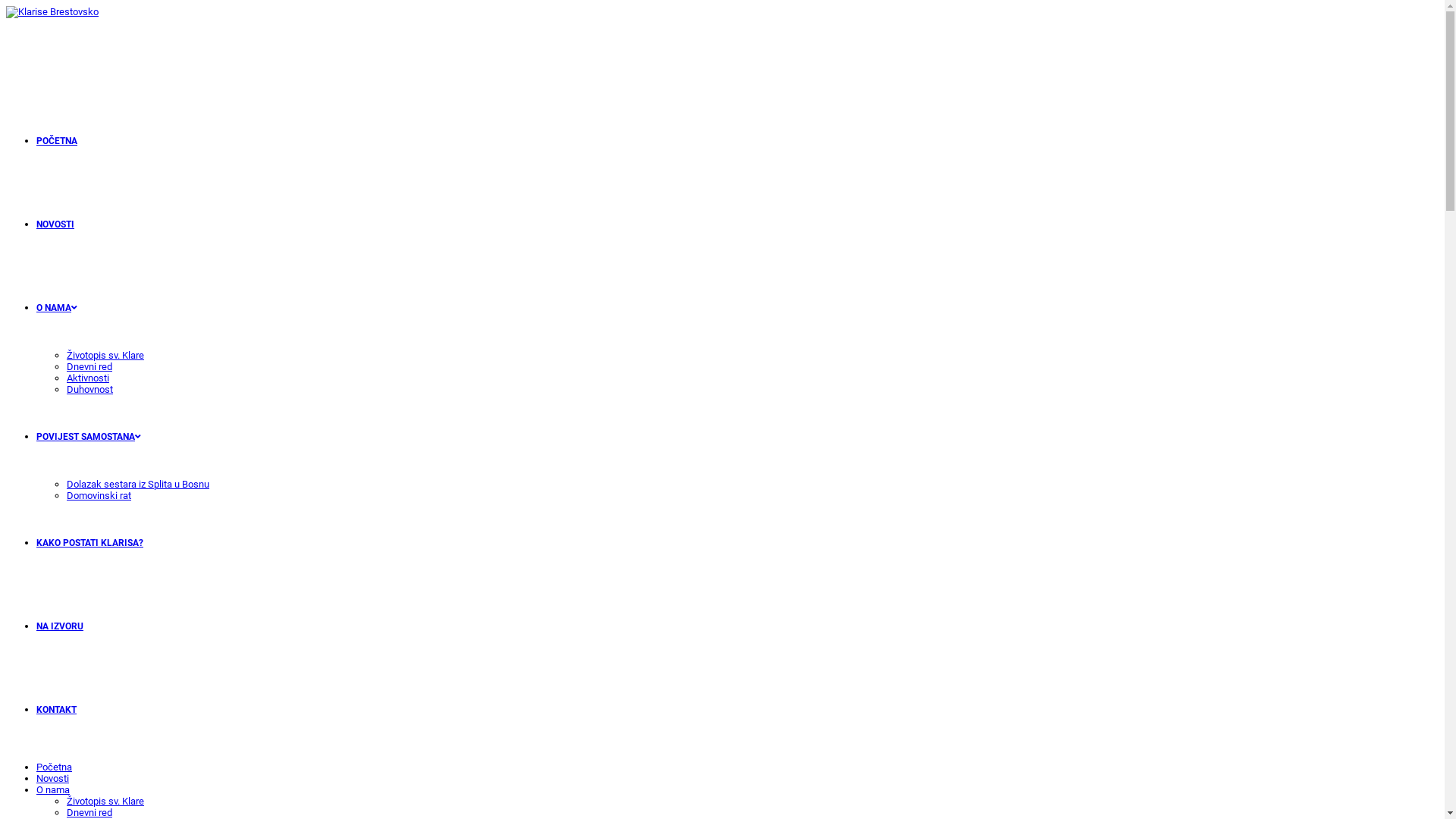 This screenshot has width=1456, height=819. What do you see at coordinates (56, 710) in the screenshot?
I see `'KONTAKT'` at bounding box center [56, 710].